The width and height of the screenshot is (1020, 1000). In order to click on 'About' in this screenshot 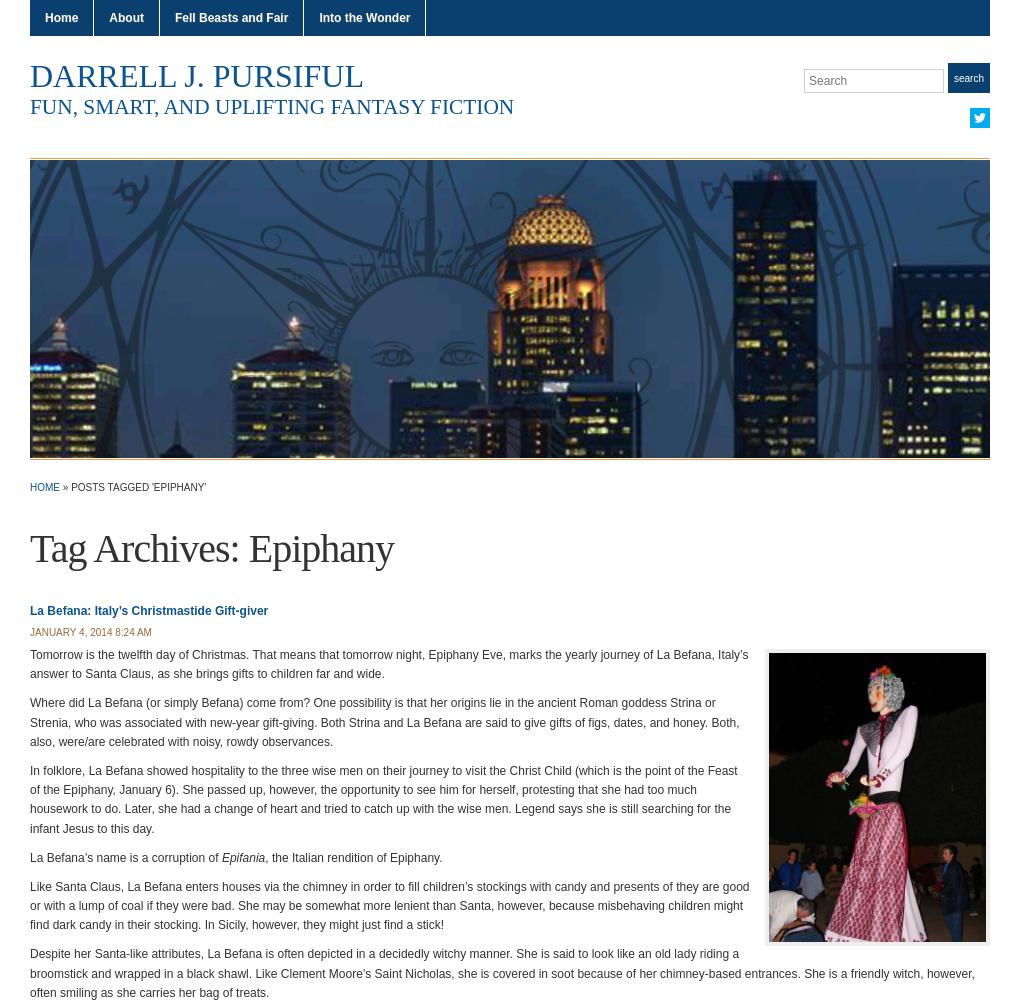, I will do `click(125, 18)`.